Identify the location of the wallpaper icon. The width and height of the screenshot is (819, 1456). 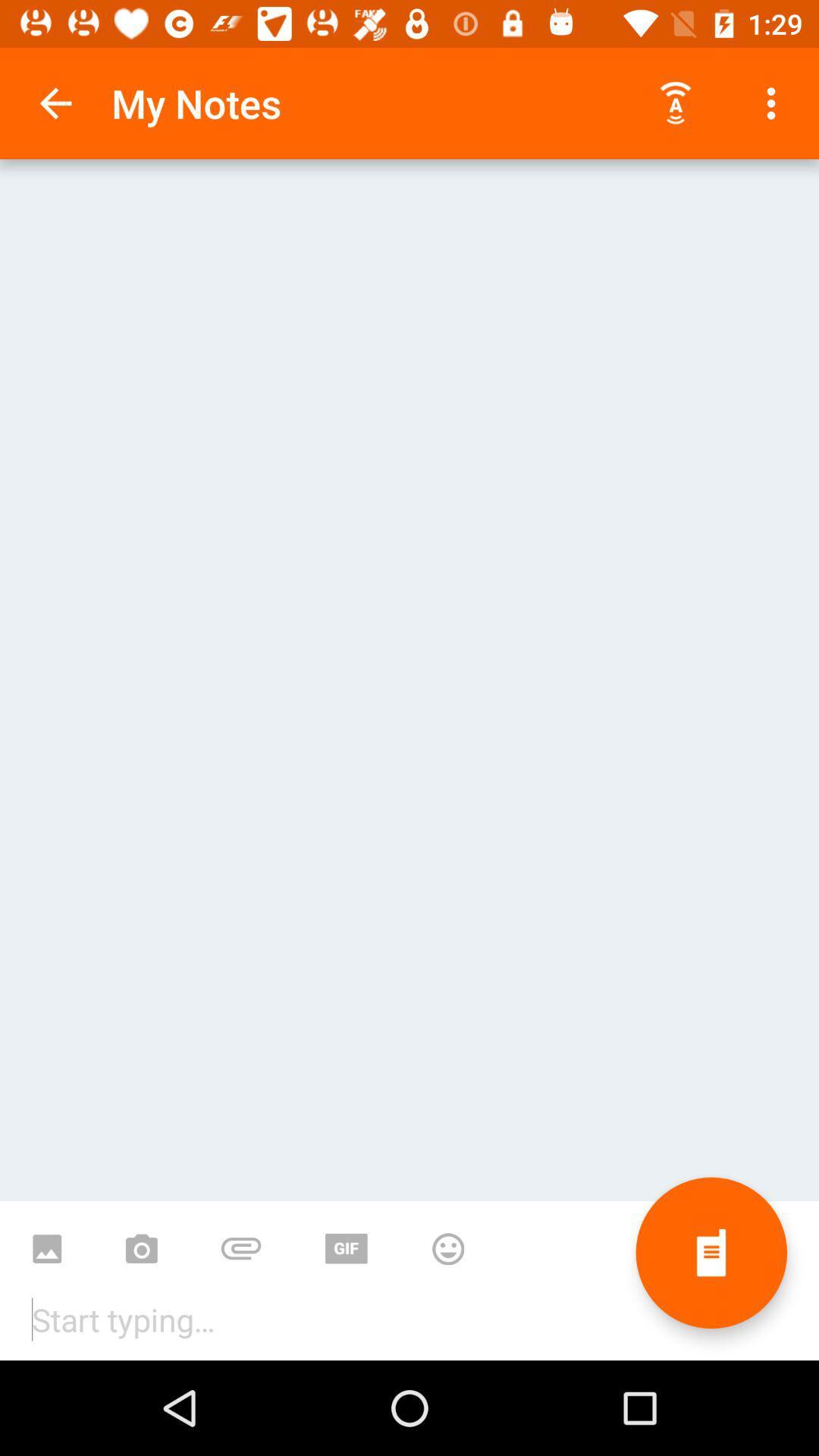
(45, 1238).